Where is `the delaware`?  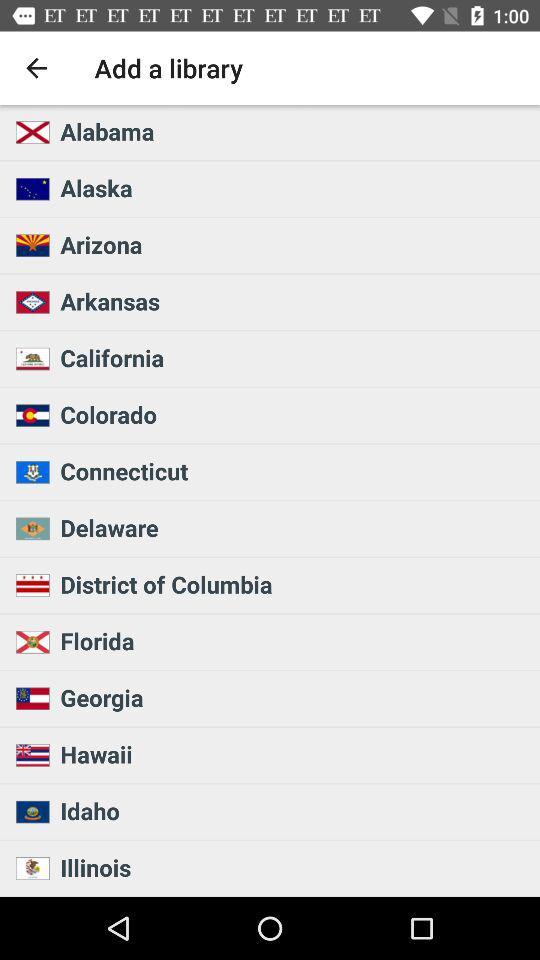
the delaware is located at coordinates (293, 526).